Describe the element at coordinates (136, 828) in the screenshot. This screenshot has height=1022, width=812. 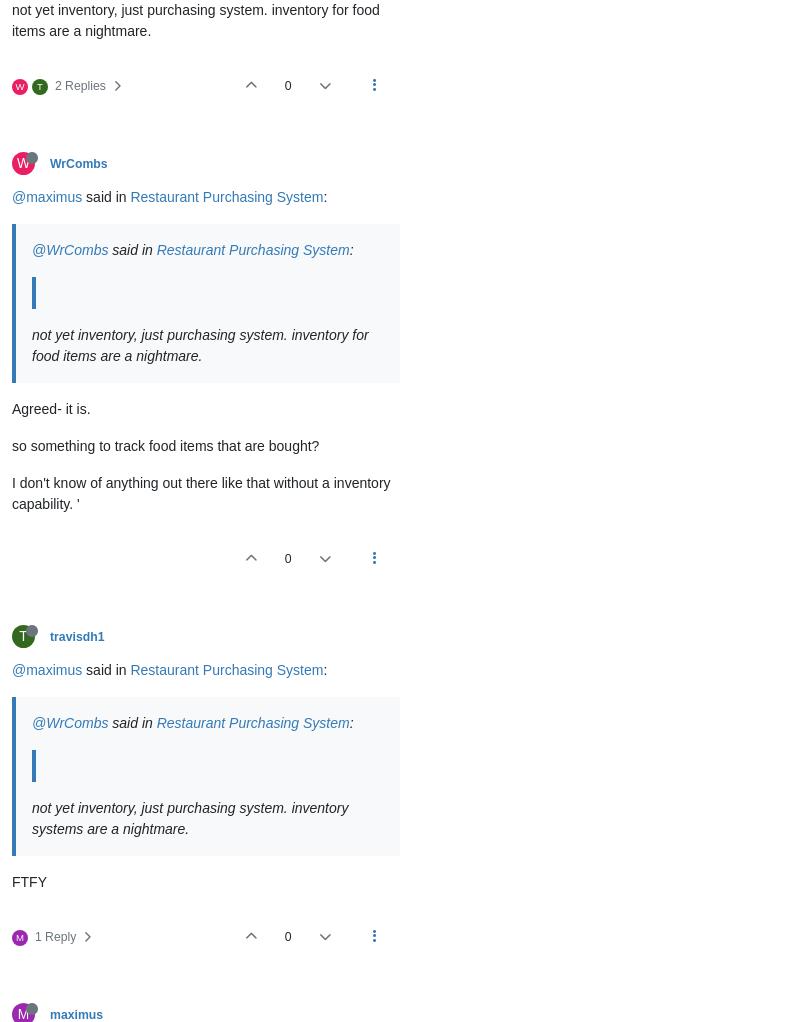
I see `'are a nightmare.'` at that location.